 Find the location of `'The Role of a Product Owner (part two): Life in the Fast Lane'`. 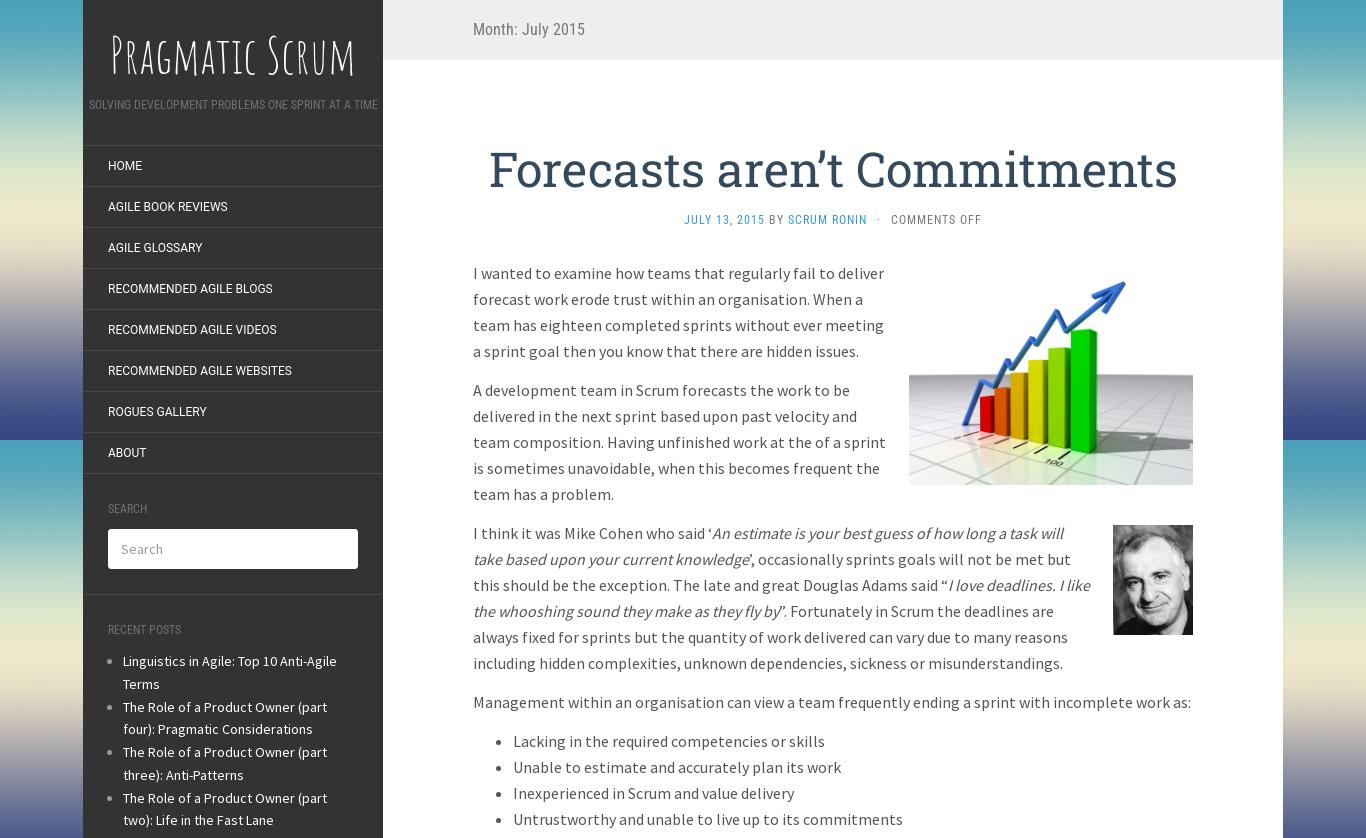

'The Role of a Product Owner (part two): Life in the Fast Lane' is located at coordinates (121, 807).